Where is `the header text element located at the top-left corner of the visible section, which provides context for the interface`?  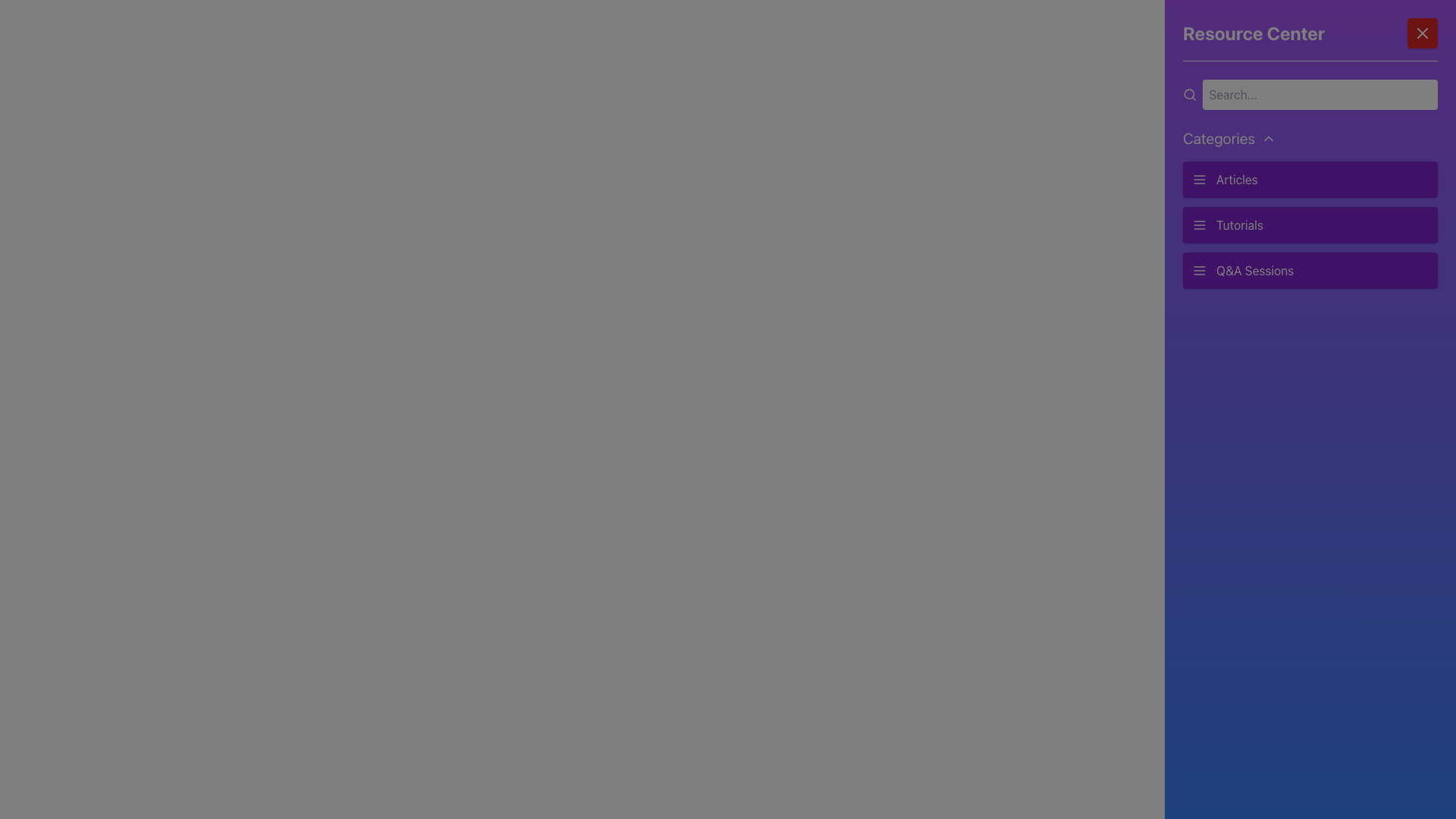 the header text element located at the top-left corner of the visible section, which provides context for the interface is located at coordinates (1254, 33).